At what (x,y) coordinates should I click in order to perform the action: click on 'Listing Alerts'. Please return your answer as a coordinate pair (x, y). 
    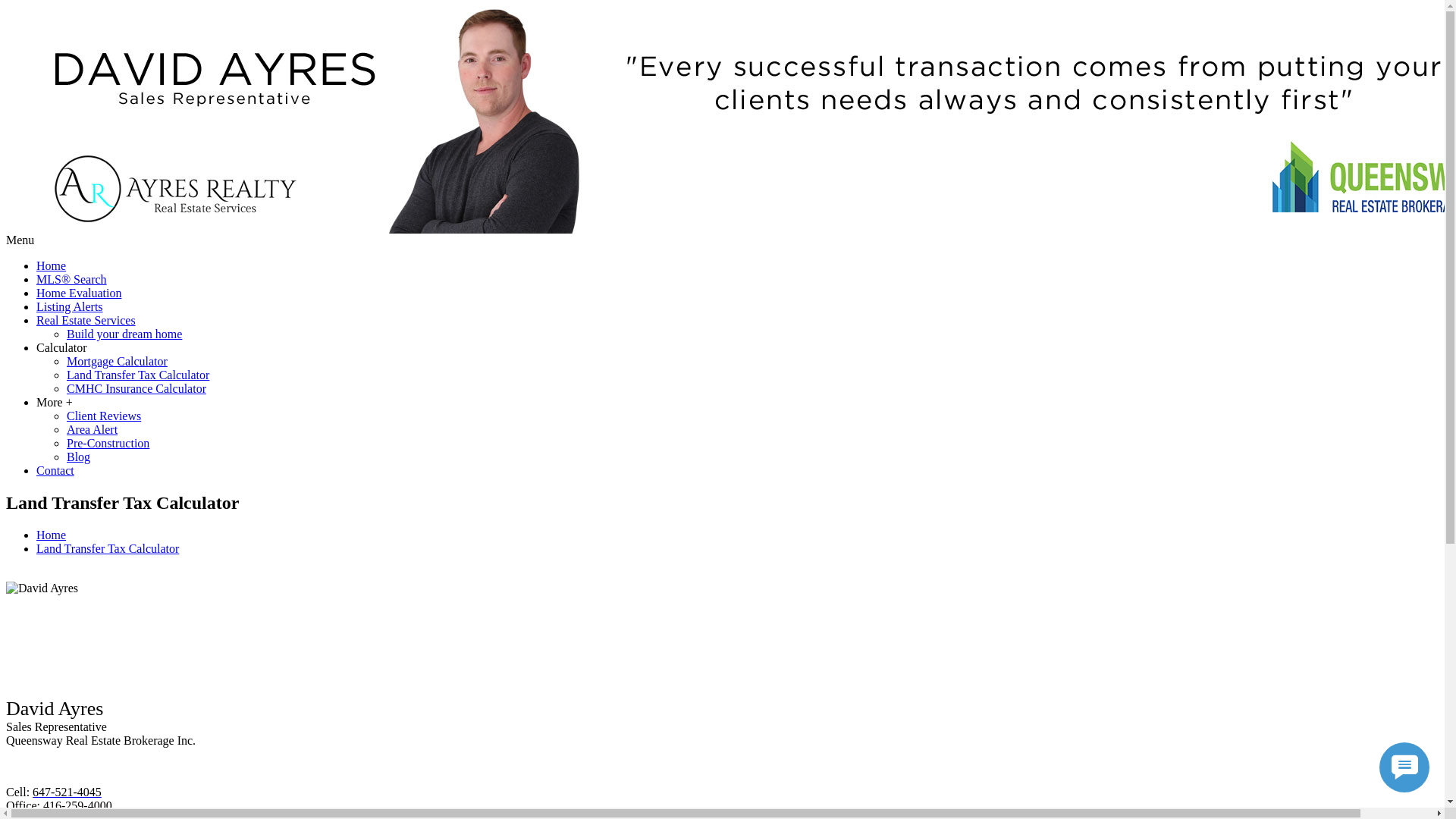
    Looking at the image, I should click on (68, 306).